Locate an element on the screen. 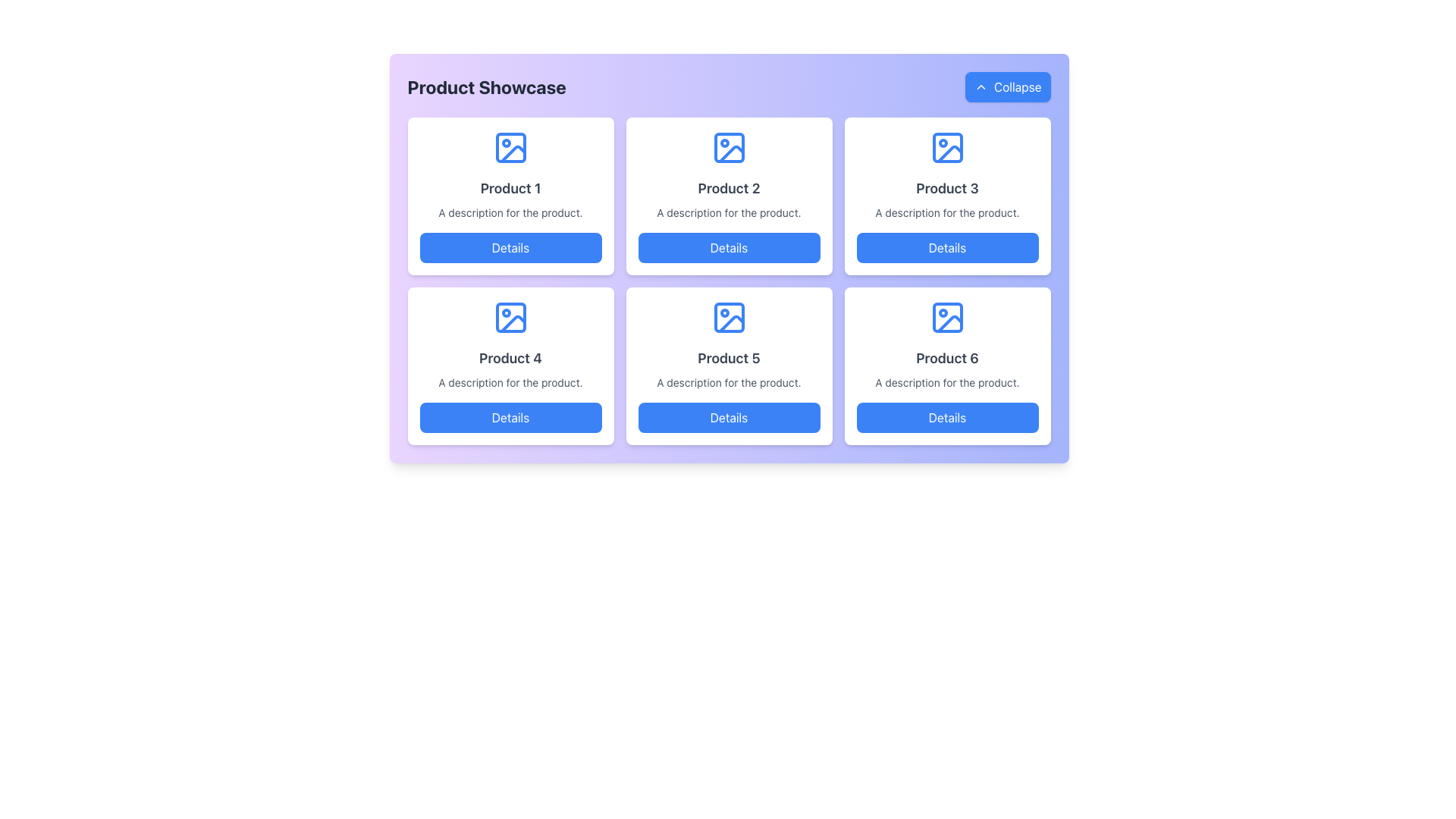 Image resolution: width=1456 pixels, height=819 pixels. the image icon representing 'Product 5' located in the second row, second column of the six-product grid layout is located at coordinates (731, 323).